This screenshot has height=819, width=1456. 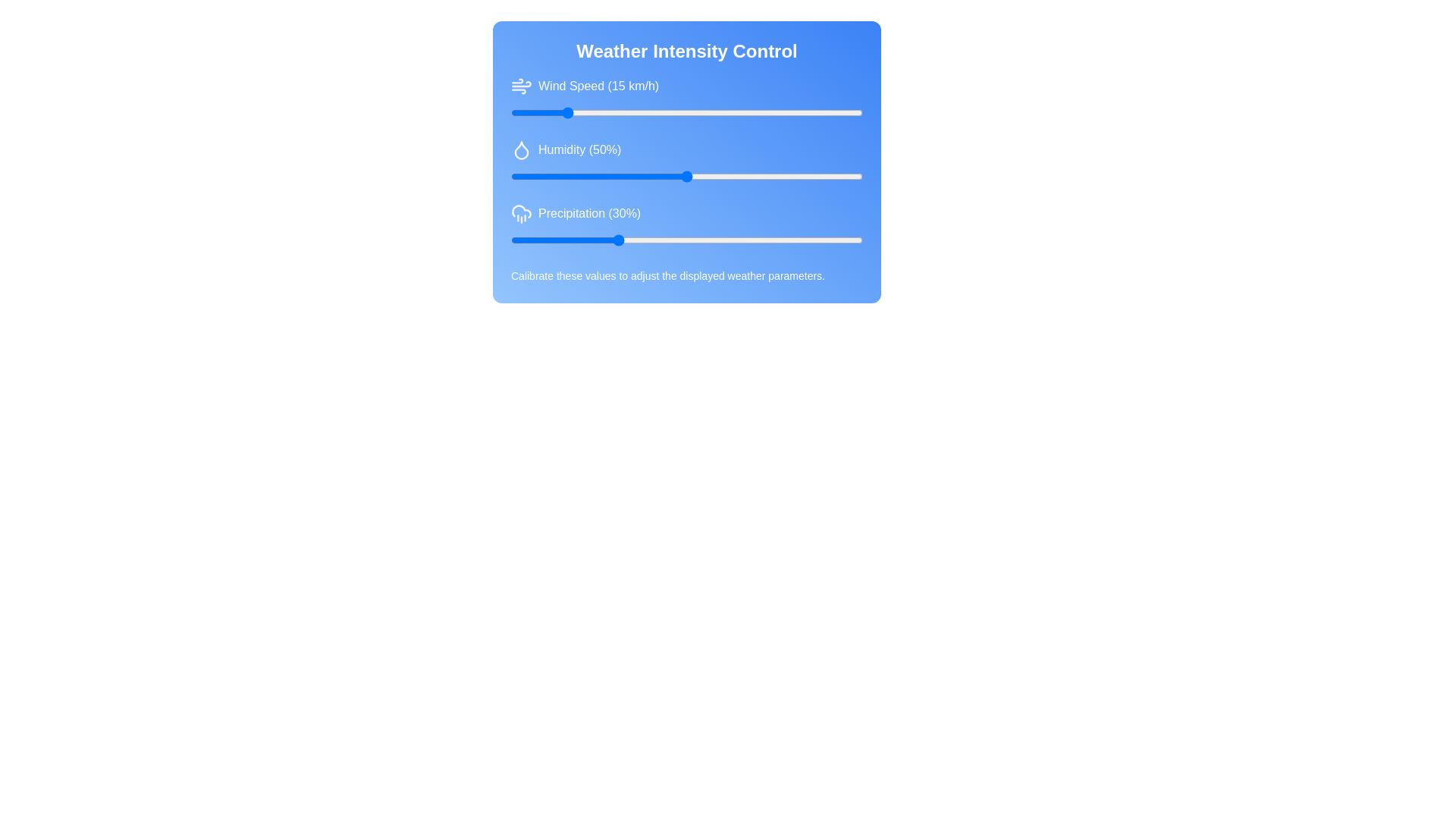 What do you see at coordinates (556, 112) in the screenshot?
I see `the wind speed` at bounding box center [556, 112].